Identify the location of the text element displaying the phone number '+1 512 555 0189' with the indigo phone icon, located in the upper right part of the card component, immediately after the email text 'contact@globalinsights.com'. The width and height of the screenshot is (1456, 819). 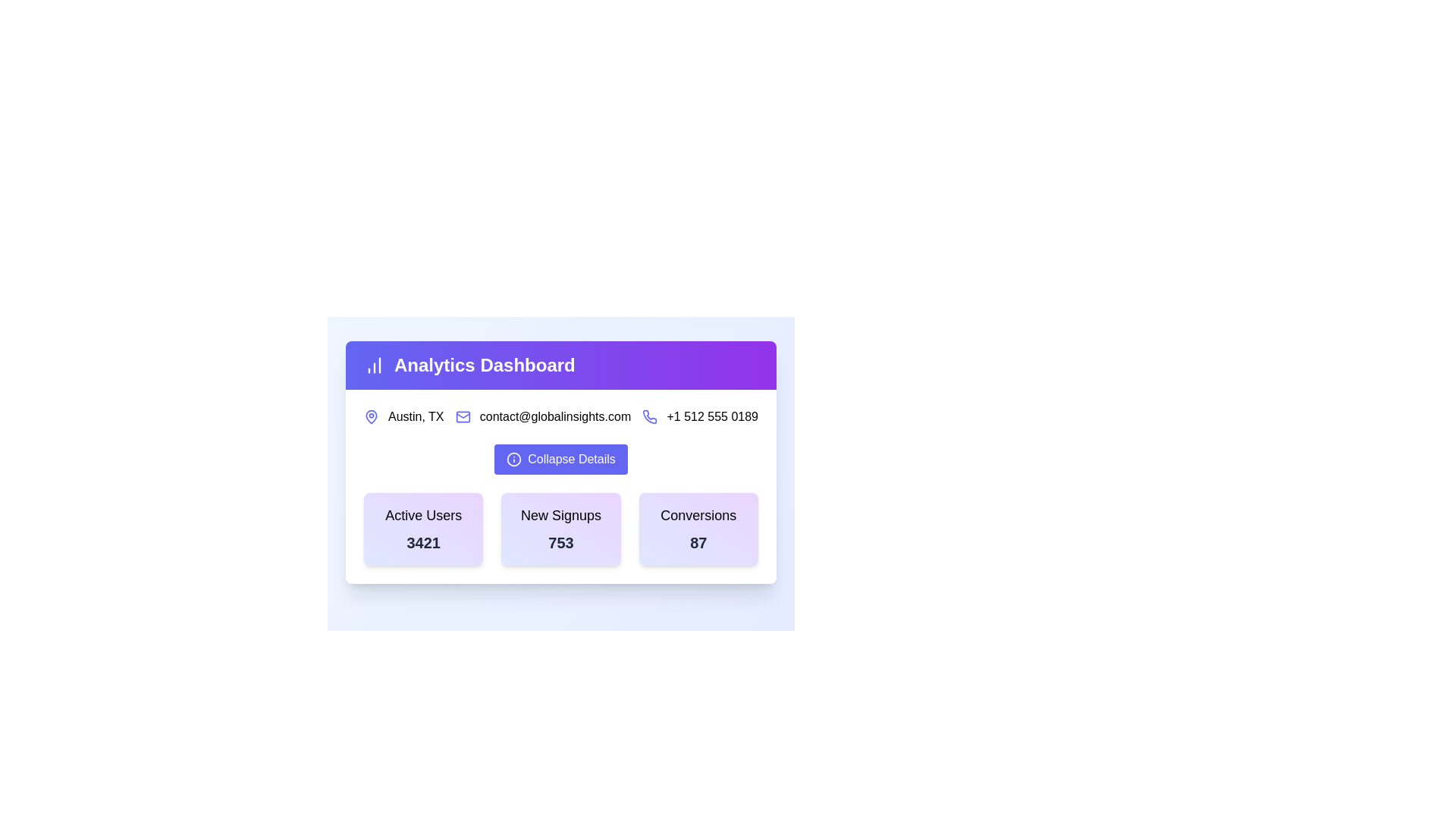
(699, 417).